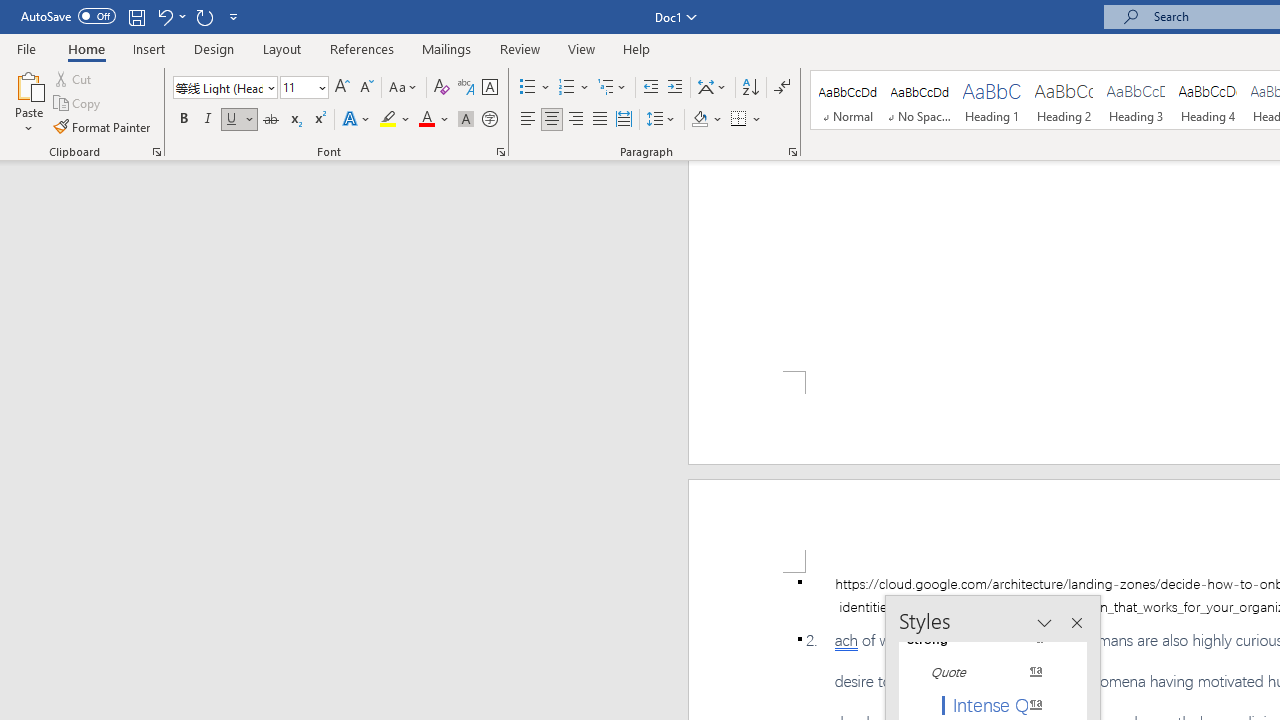 The width and height of the screenshot is (1280, 720). Describe the element at coordinates (357, 119) in the screenshot. I see `'Text Effects and Typography'` at that location.